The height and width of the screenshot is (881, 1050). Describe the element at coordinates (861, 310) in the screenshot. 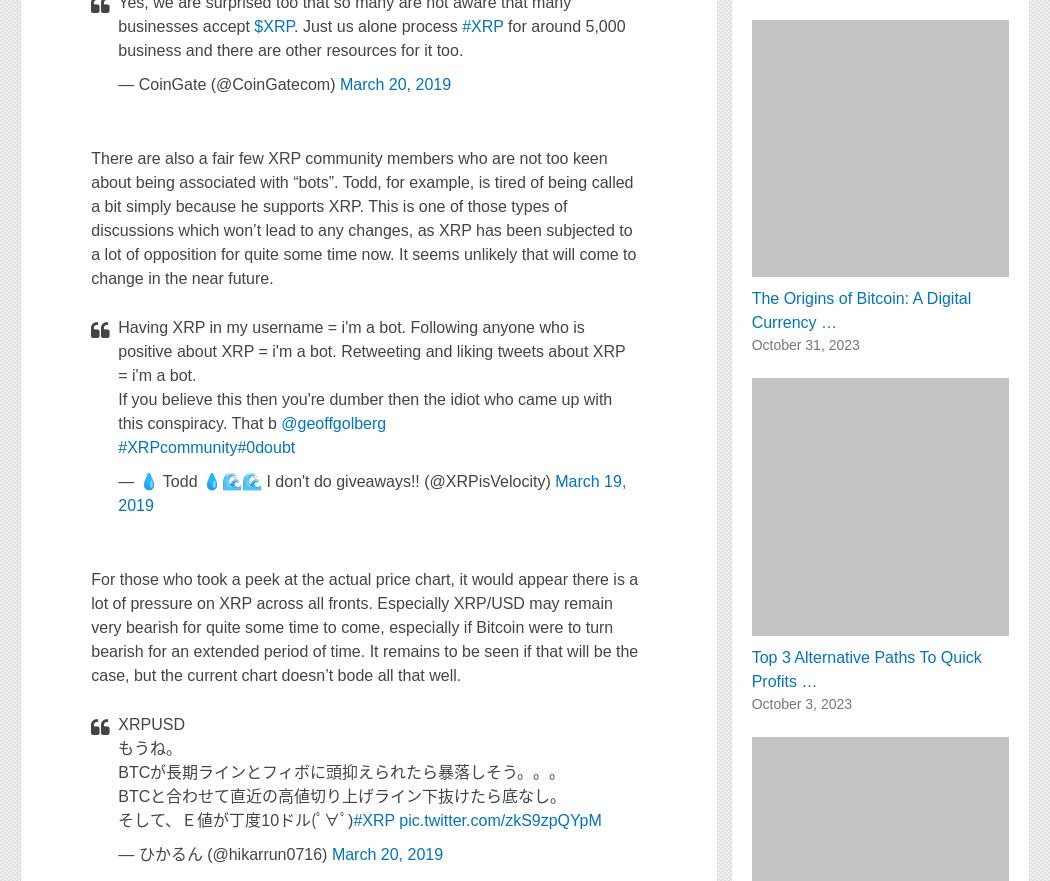

I see `'The Origins of Bitcoin: A Digital Currency …'` at that location.